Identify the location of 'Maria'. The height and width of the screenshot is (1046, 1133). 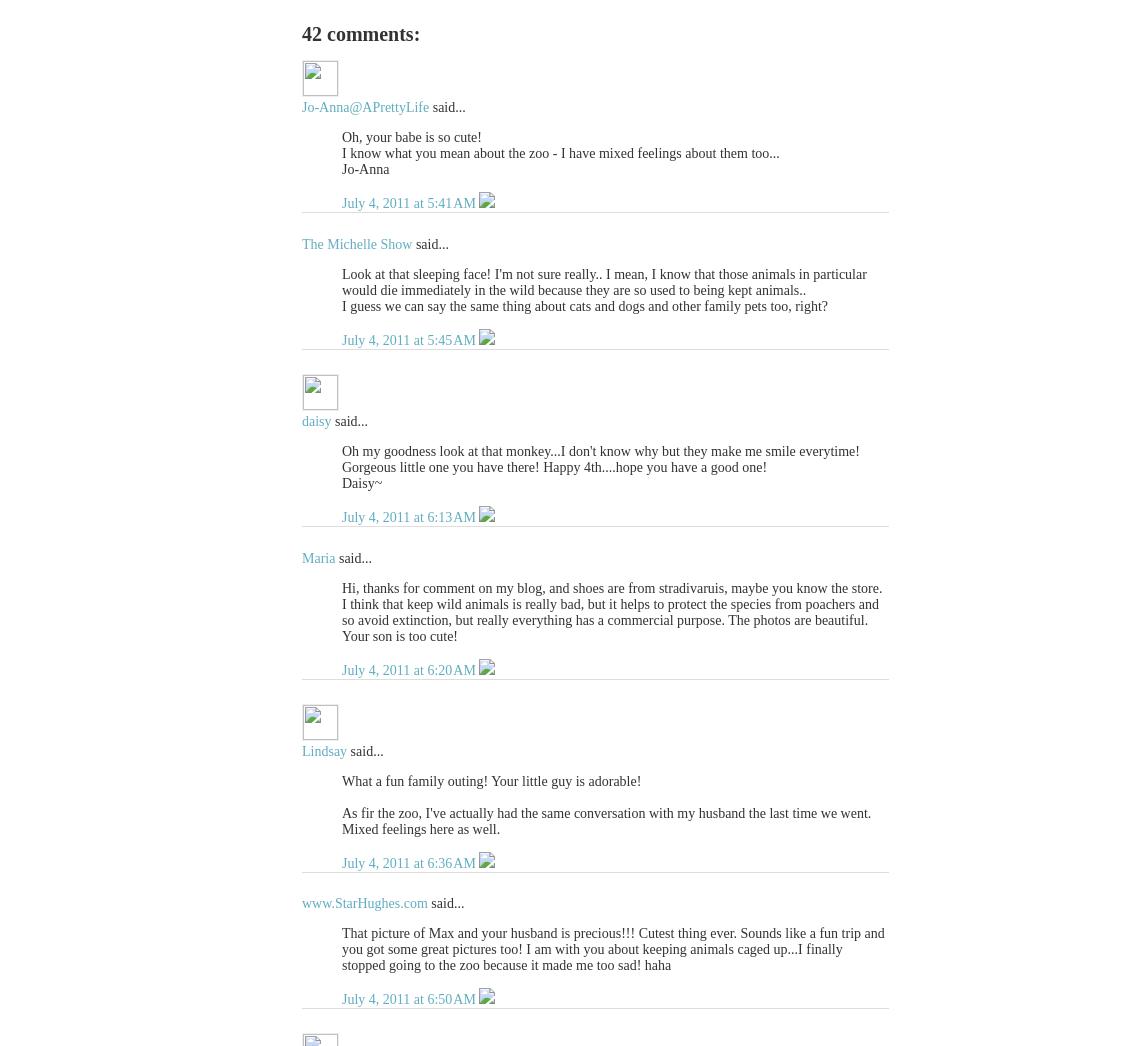
(318, 556).